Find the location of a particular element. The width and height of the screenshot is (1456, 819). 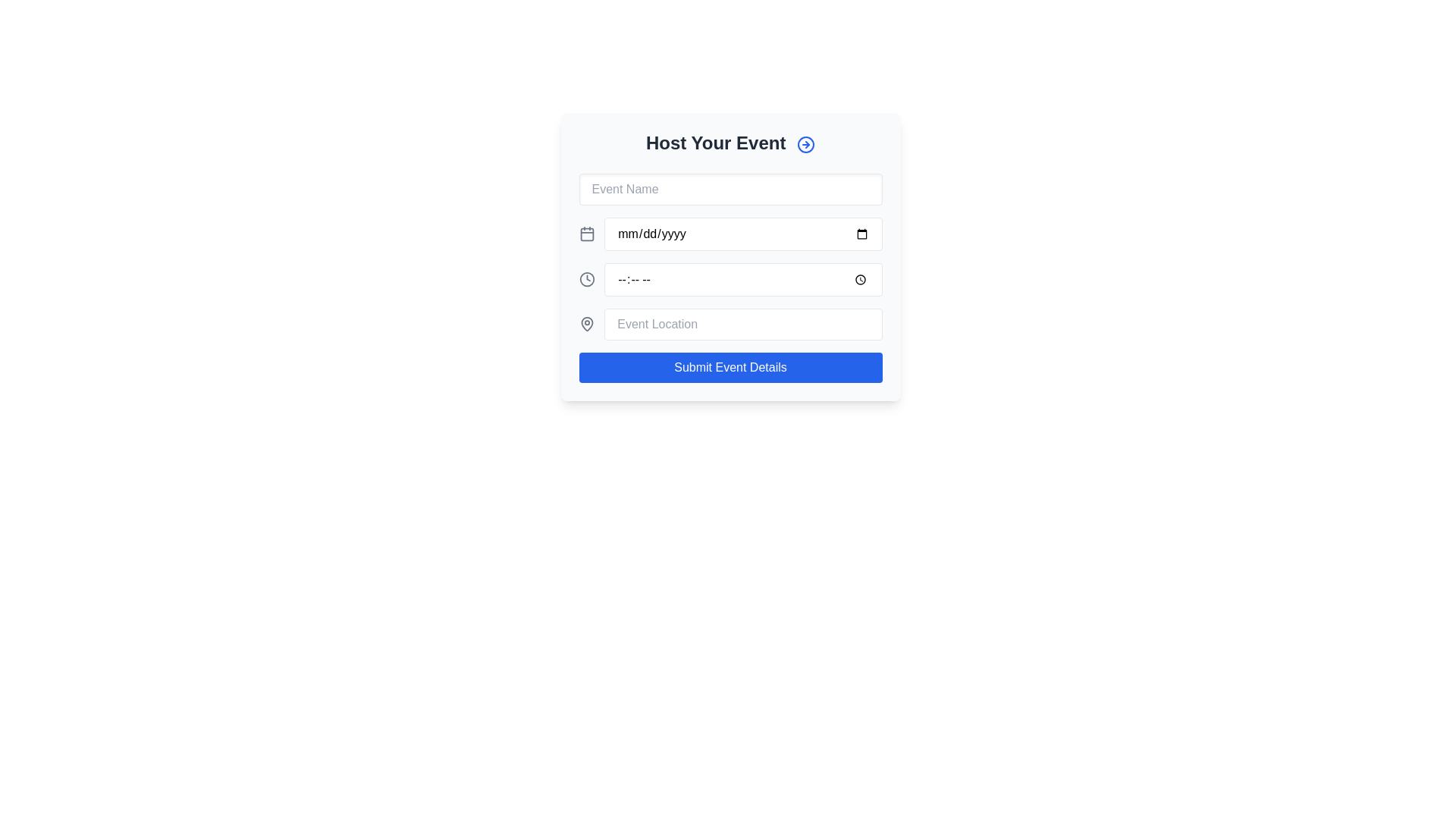

the decorative icon located to the left of the 'Event Location' input field, which symbolizes the purpose of the adjacent input field is located at coordinates (586, 324).